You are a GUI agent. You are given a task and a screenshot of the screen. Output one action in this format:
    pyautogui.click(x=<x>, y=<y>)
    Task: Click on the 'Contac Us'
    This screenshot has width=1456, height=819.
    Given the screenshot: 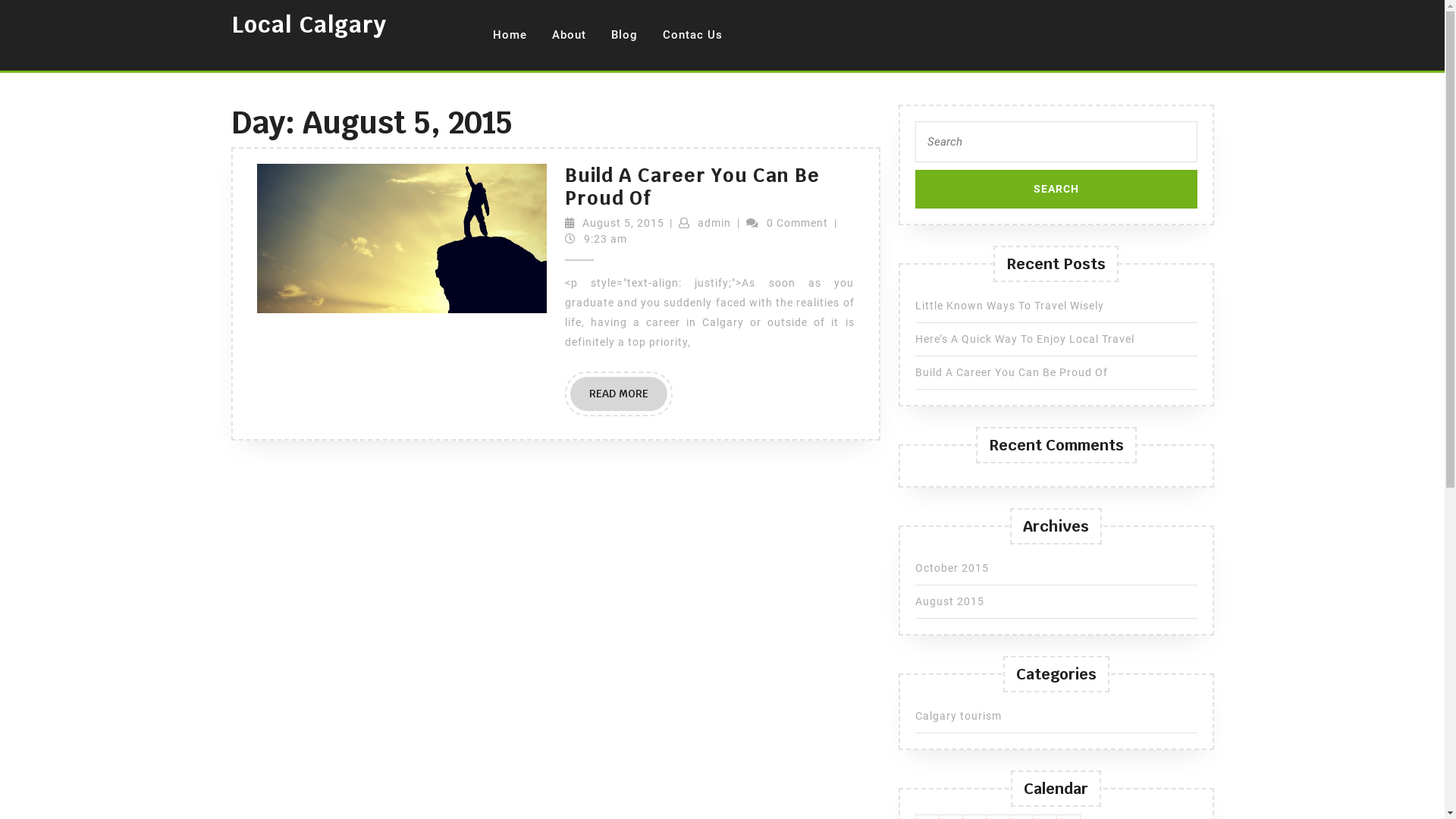 What is the action you would take?
    pyautogui.click(x=651, y=34)
    